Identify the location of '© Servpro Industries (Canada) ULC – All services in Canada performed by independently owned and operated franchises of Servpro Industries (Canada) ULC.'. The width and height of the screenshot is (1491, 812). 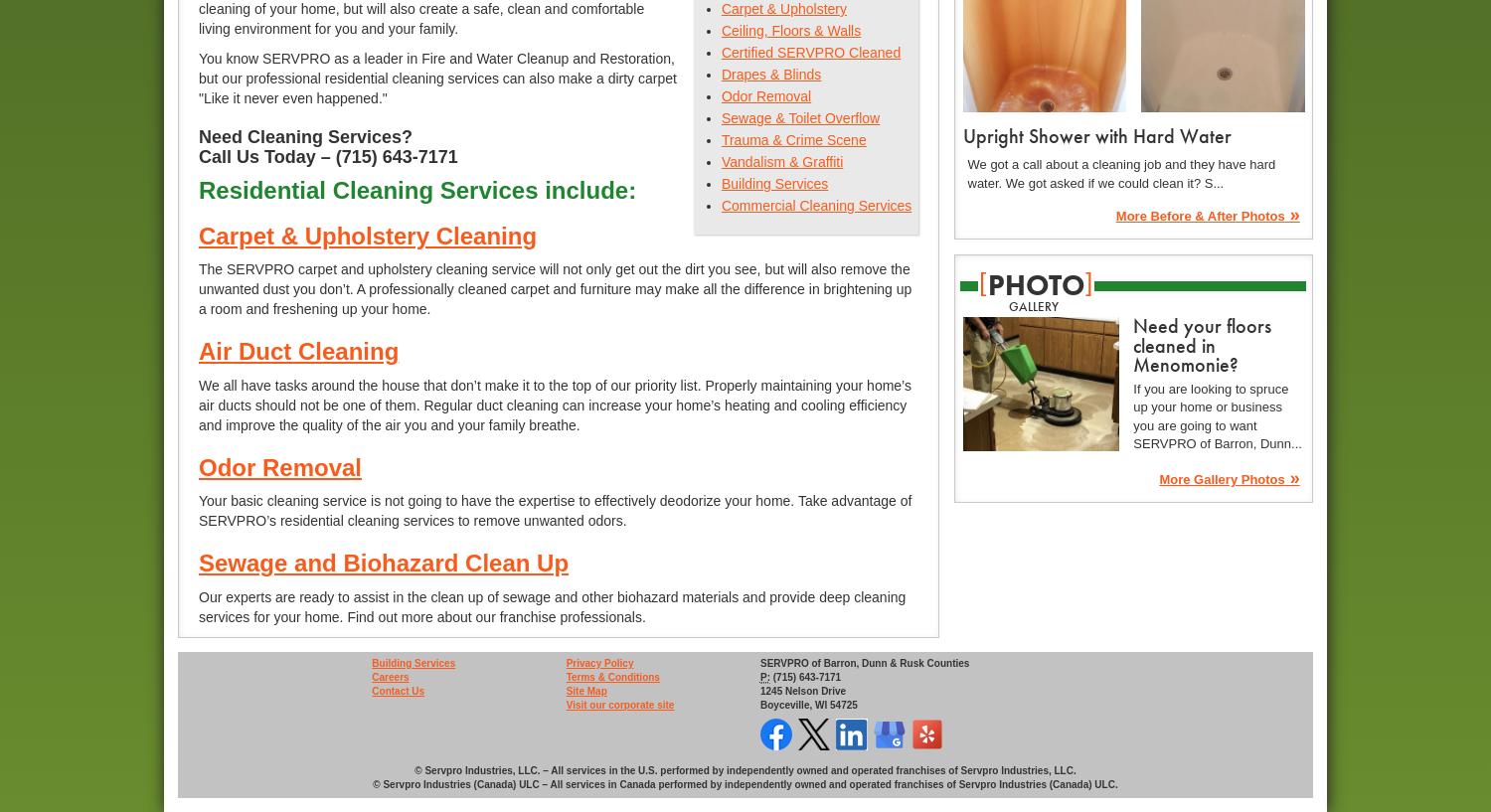
(744, 784).